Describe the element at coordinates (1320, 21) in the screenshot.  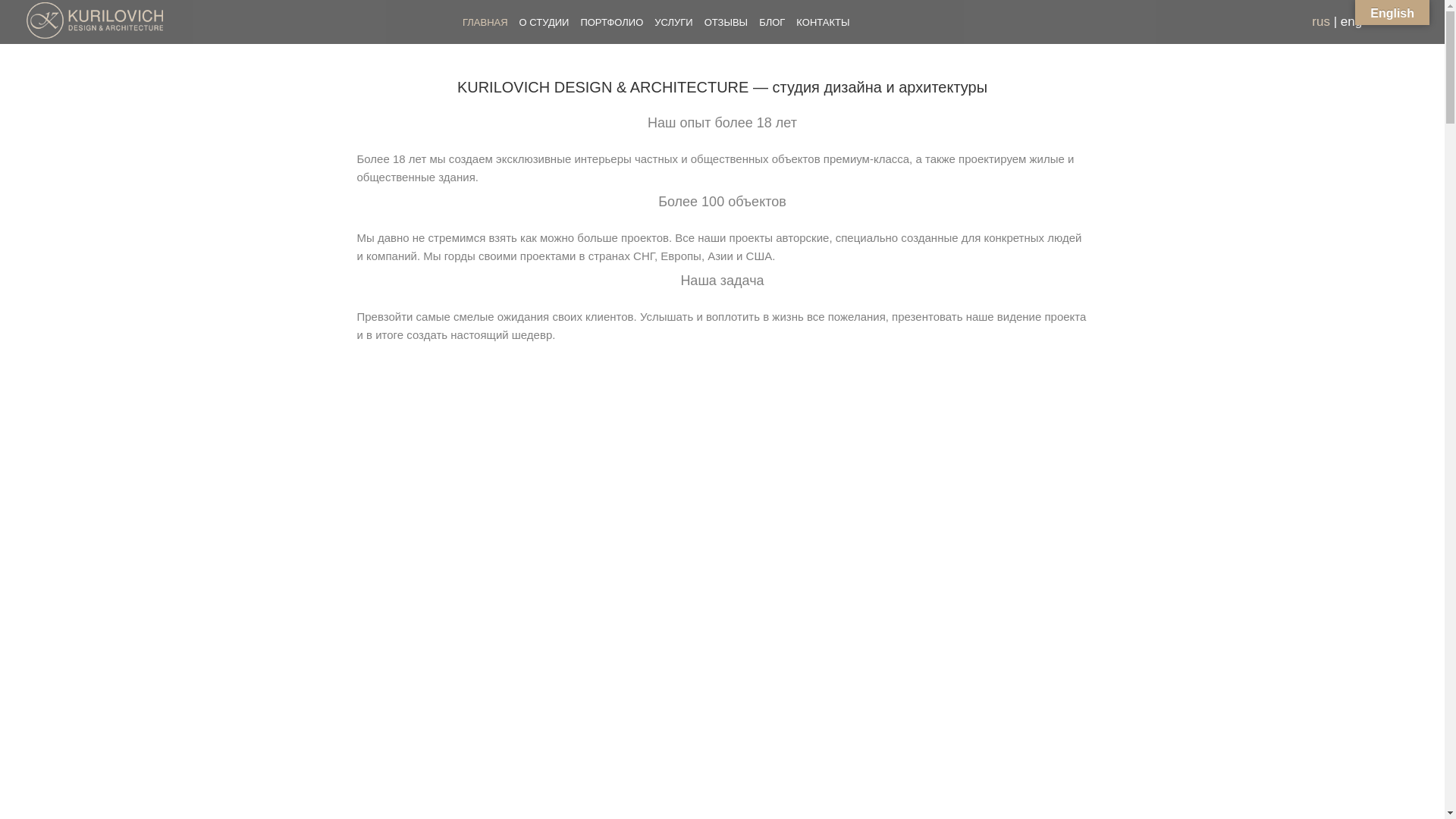
I see `'rus'` at that location.